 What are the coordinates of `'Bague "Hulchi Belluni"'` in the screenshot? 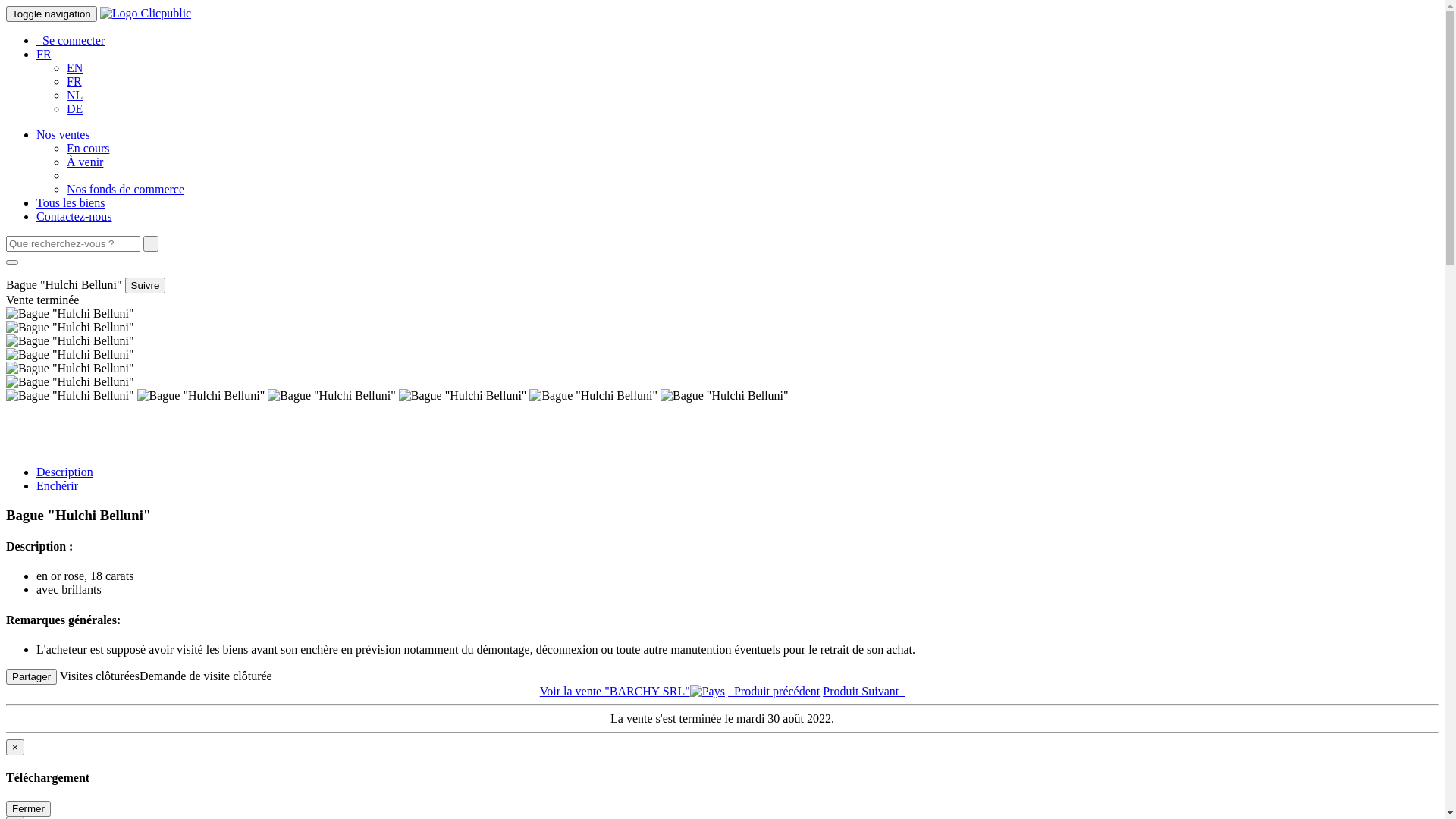 It's located at (6, 354).